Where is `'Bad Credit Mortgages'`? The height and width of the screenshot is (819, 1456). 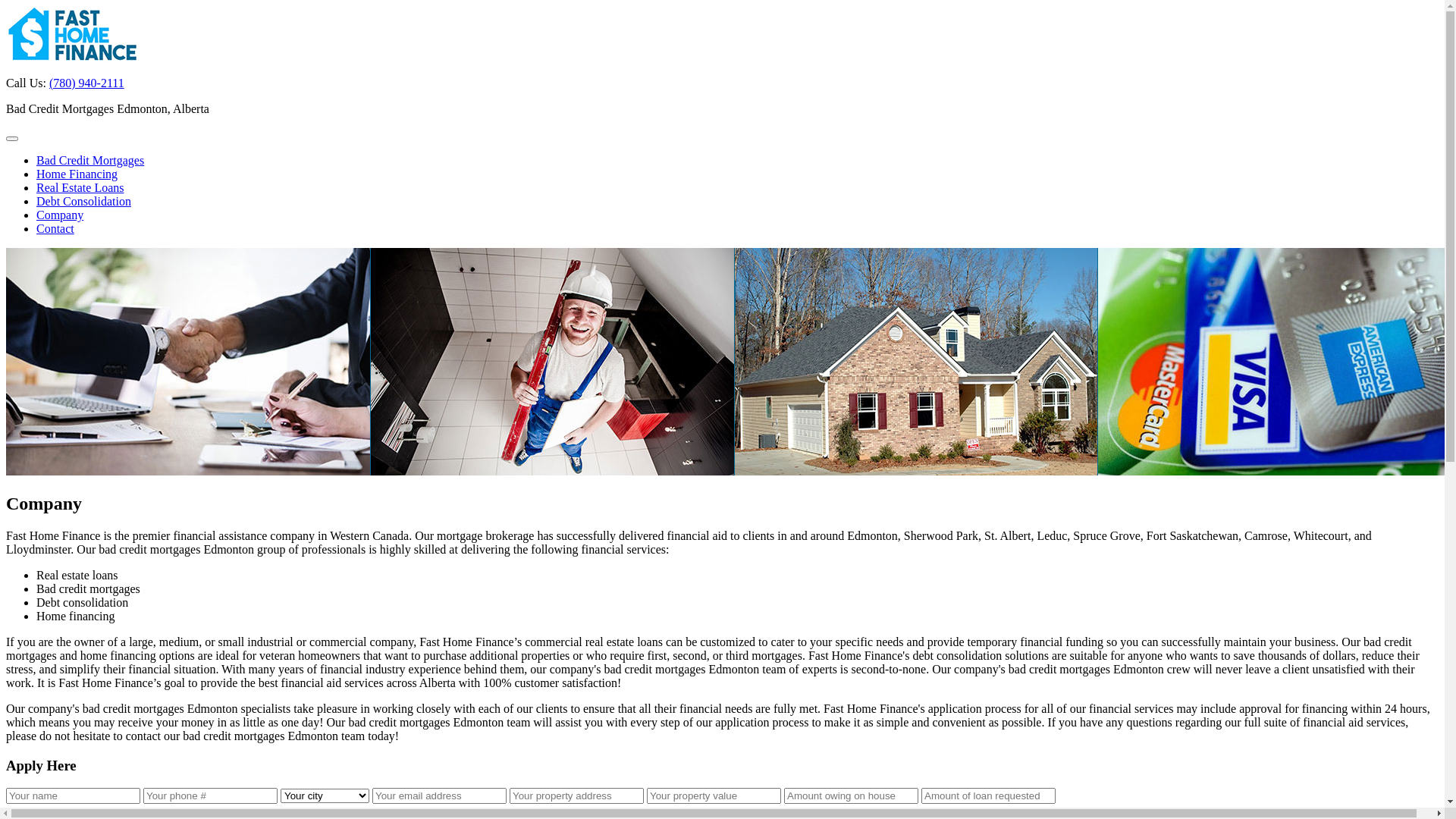
'Bad Credit Mortgages' is located at coordinates (89, 160).